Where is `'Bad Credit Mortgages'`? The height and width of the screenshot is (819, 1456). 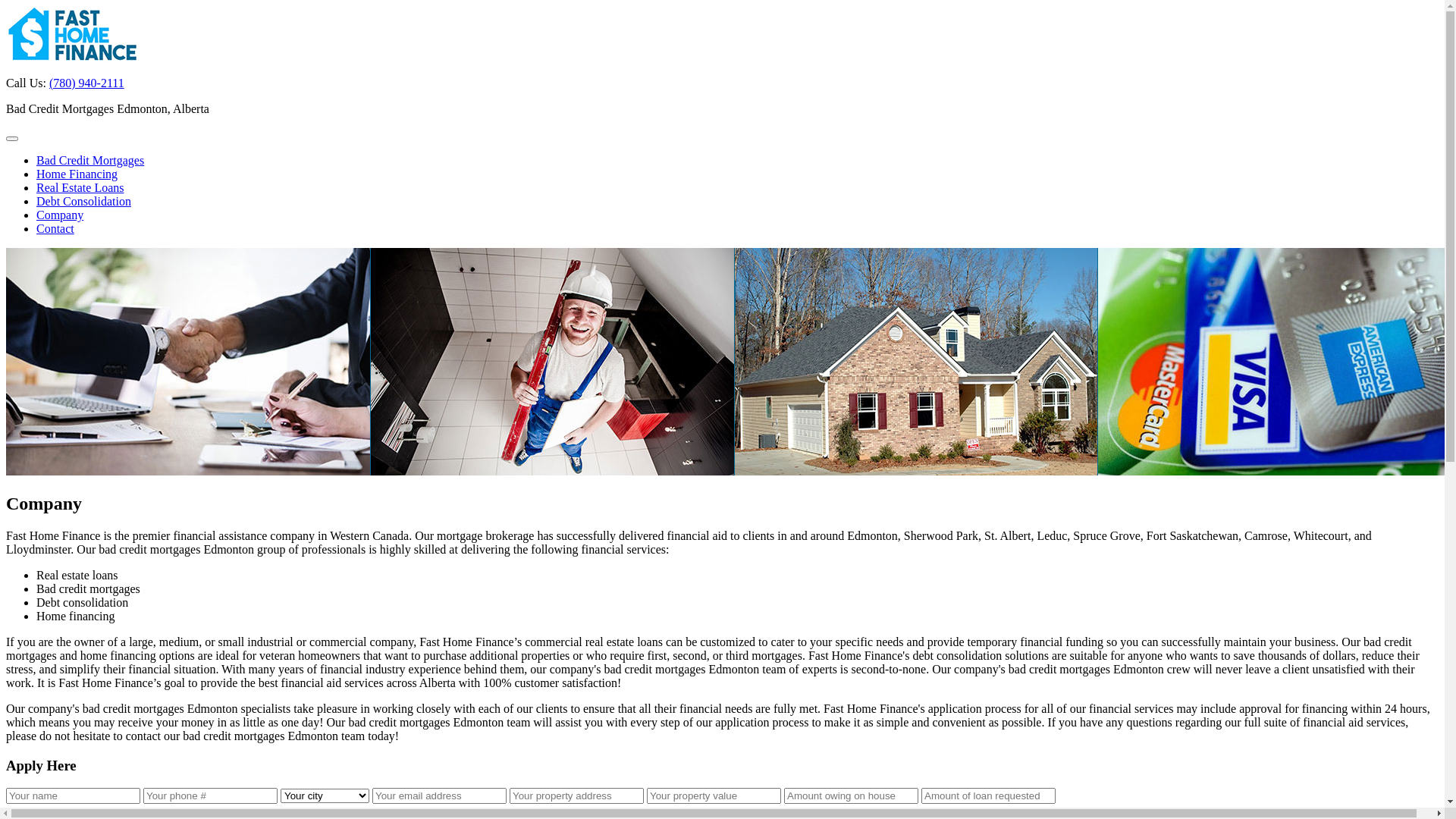
'Bad Credit Mortgages' is located at coordinates (89, 160).